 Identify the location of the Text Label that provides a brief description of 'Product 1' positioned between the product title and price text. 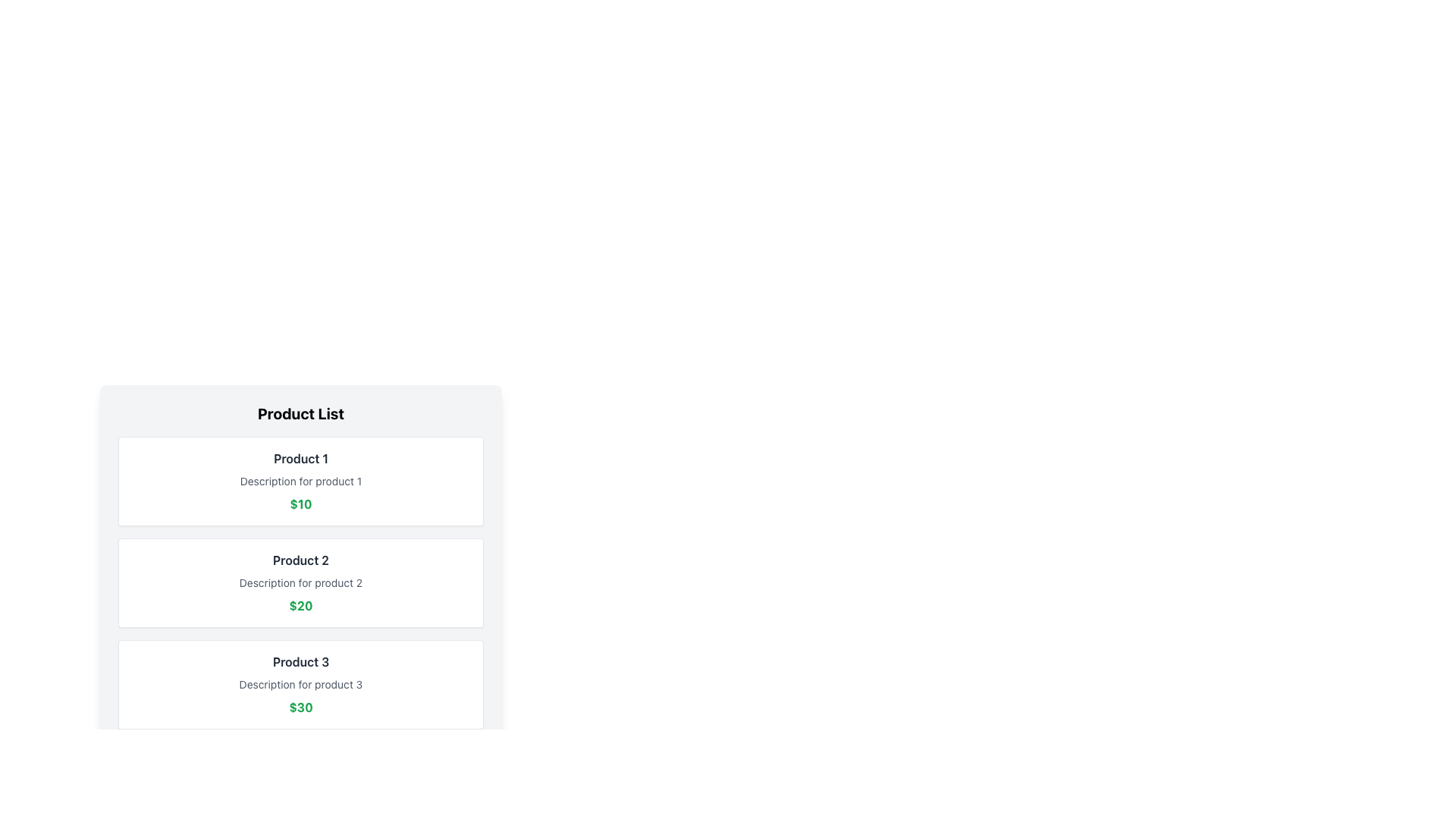
(301, 482).